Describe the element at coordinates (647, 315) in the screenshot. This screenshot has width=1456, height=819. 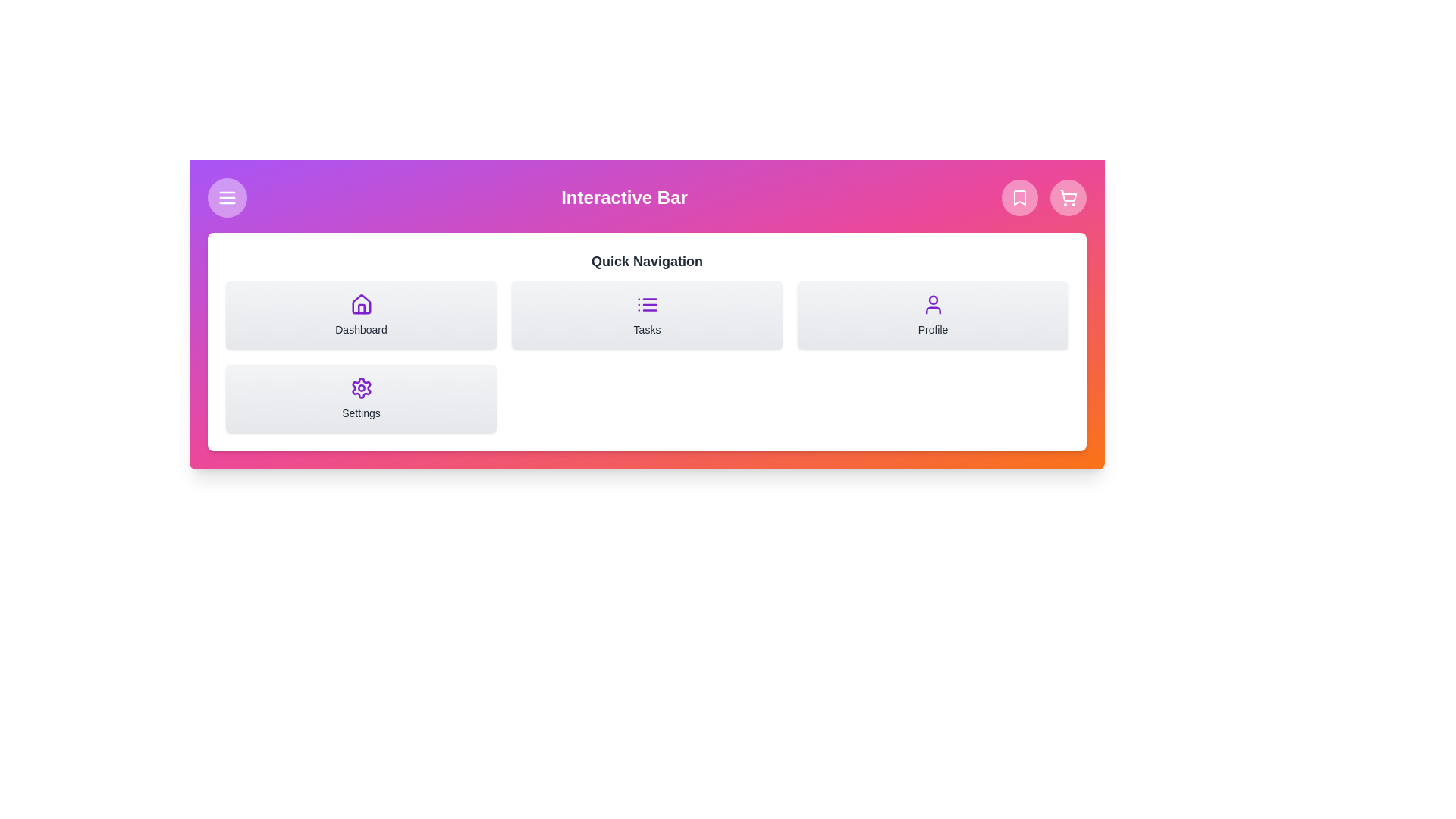
I see `the 'Tasks' navigation button` at that location.